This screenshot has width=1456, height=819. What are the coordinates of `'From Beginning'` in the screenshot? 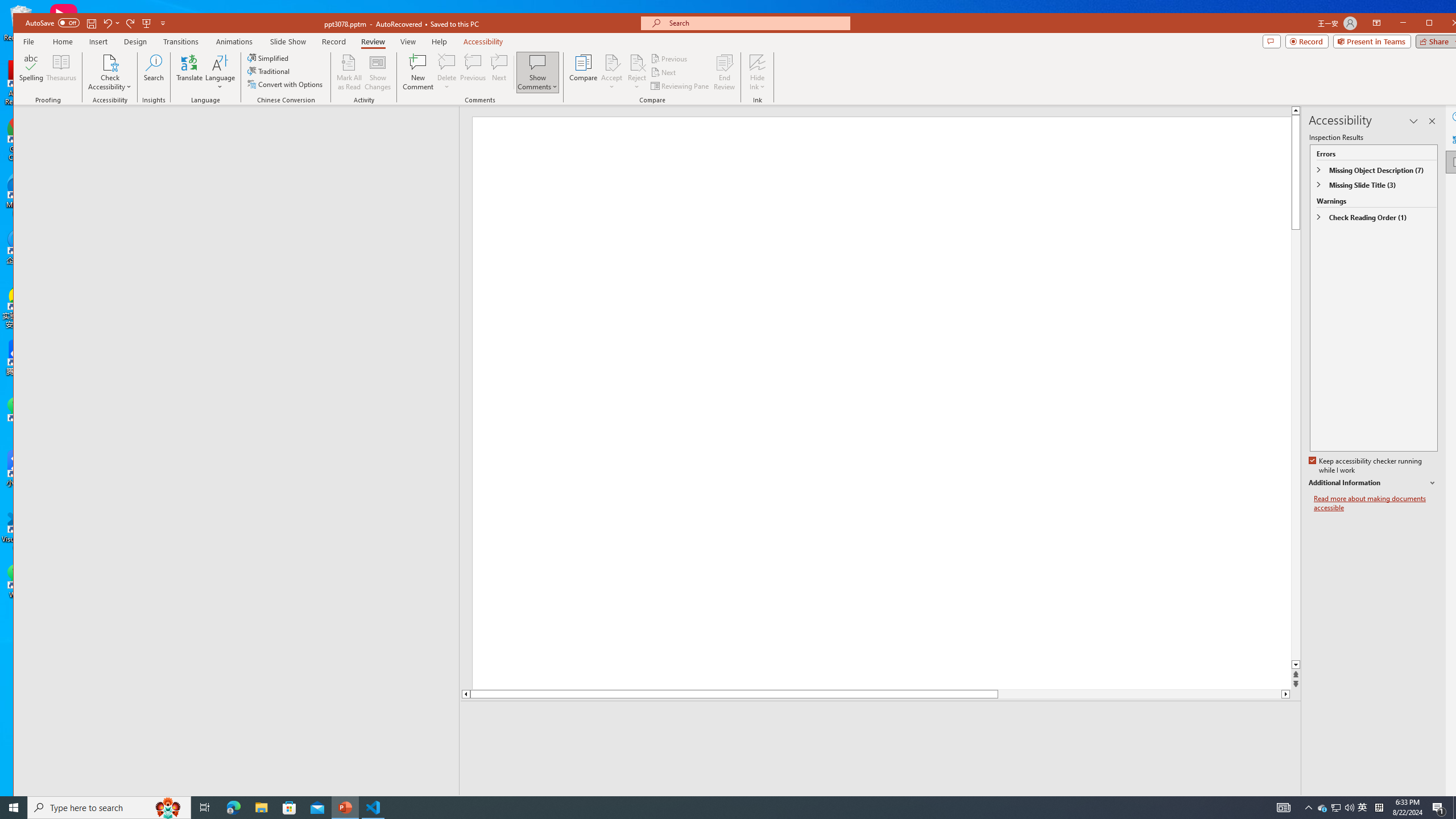 It's located at (146, 22).